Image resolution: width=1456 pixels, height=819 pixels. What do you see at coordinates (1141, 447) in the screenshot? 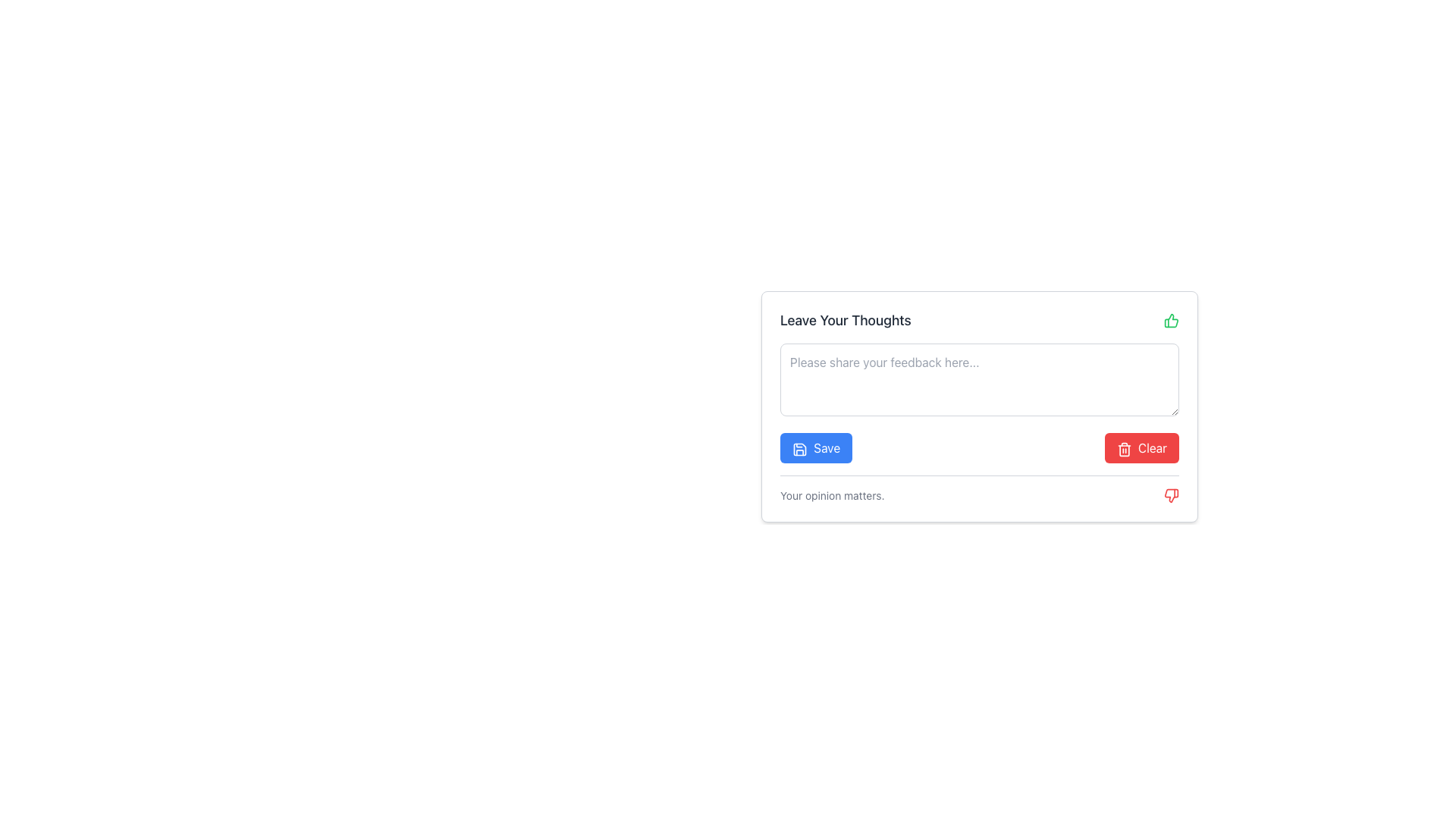
I see `the clear/reset button located in the bottom right corner of the form interface` at bounding box center [1141, 447].